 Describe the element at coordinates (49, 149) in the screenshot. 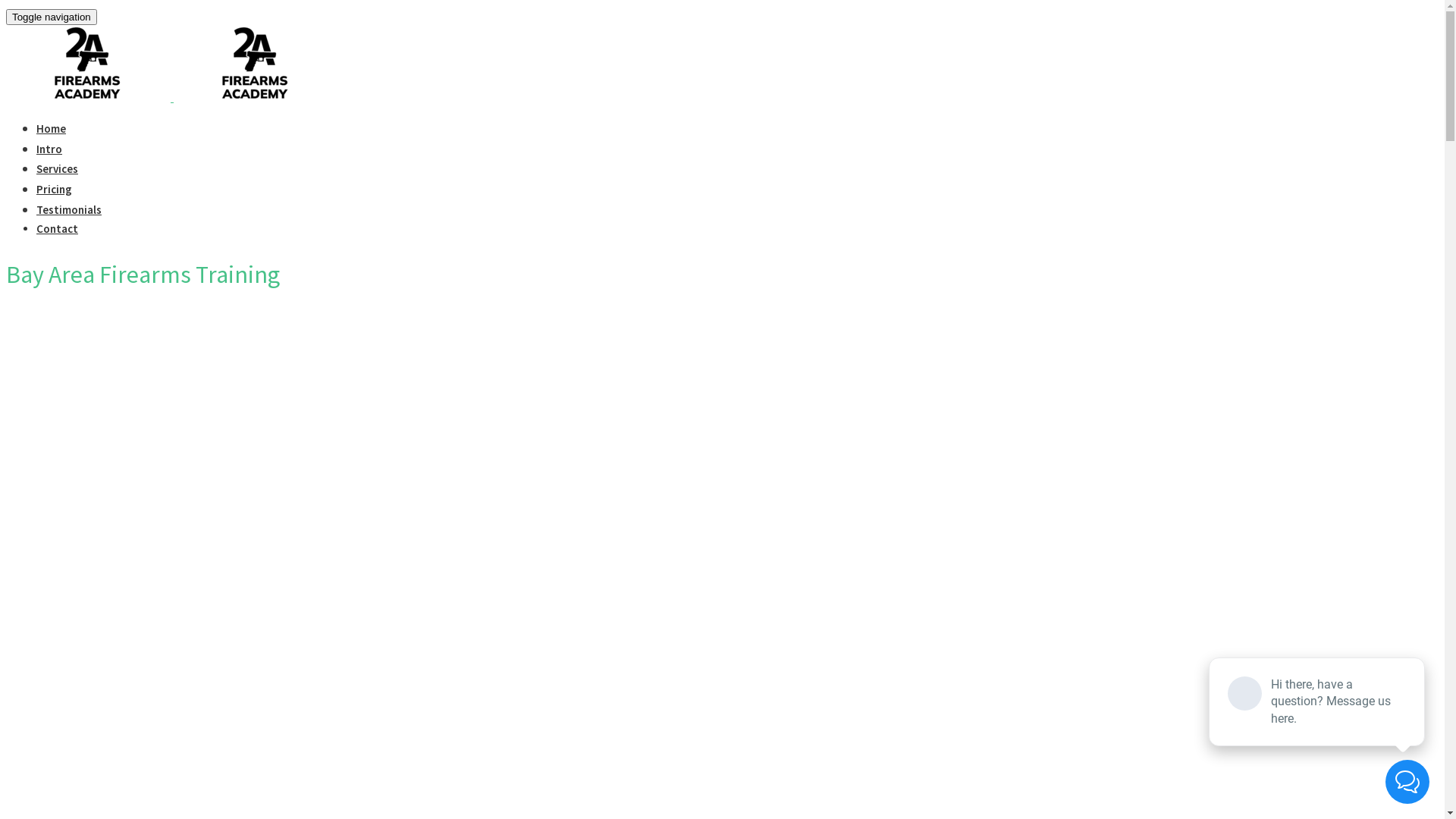

I see `'Intro'` at that location.